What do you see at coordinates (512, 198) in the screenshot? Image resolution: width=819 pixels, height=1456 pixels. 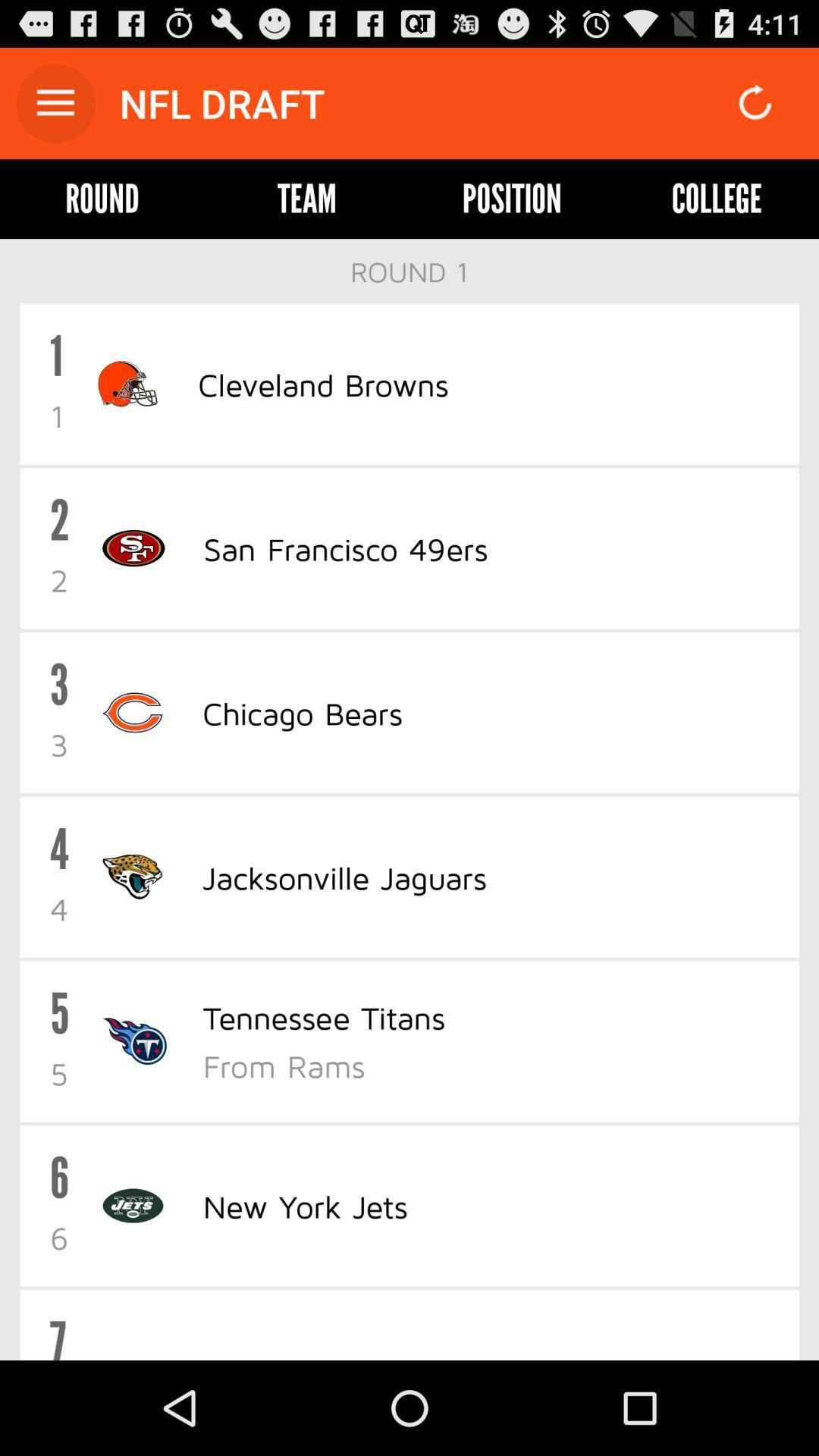 I see `the item next to college icon` at bounding box center [512, 198].